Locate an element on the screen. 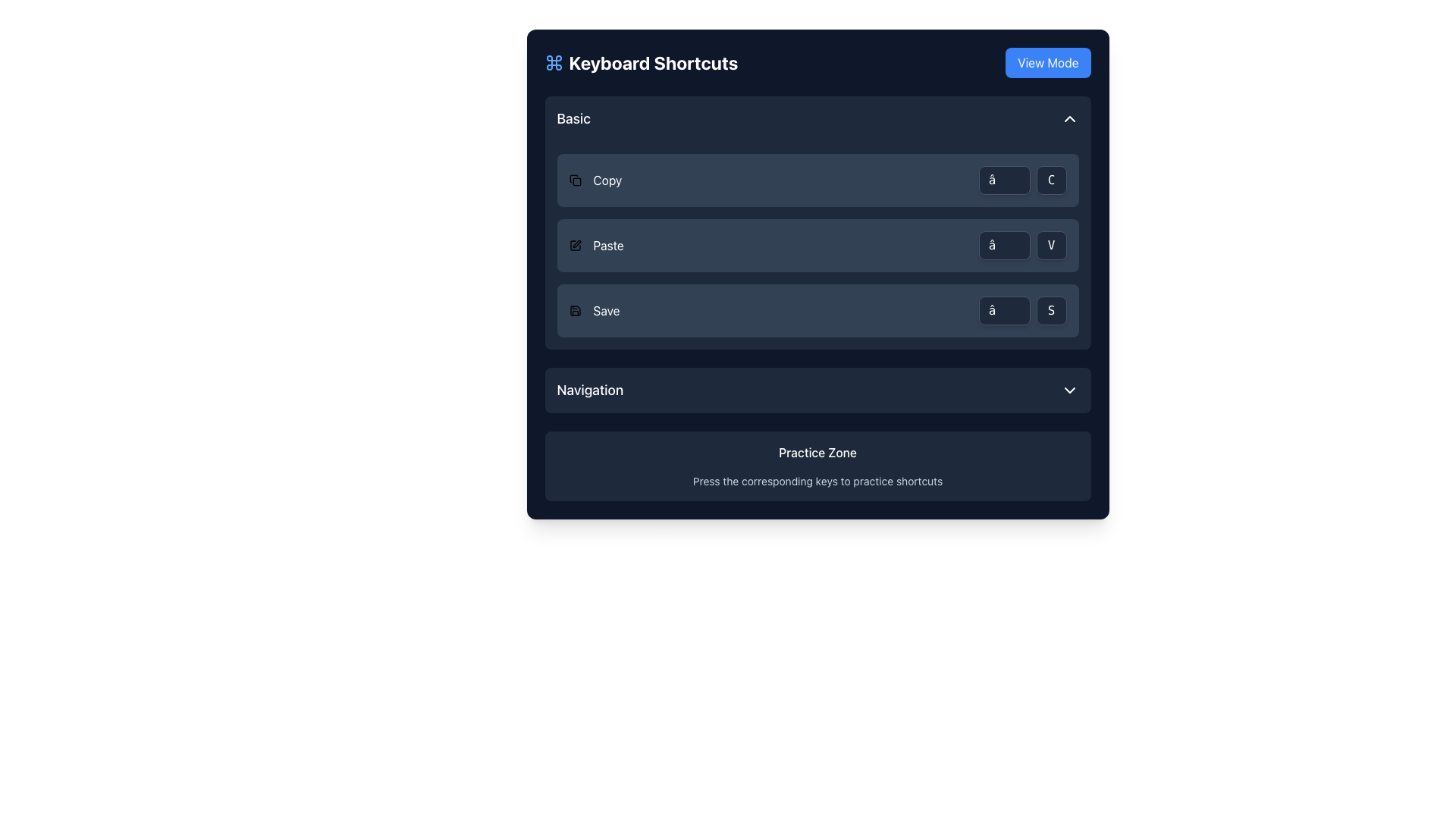 The height and width of the screenshot is (819, 1456). the 'Paste' text label with a pen and paper icon located in the second row of the 'Basic' options in the 'Keyboard Shortcuts' panel is located at coordinates (595, 245).